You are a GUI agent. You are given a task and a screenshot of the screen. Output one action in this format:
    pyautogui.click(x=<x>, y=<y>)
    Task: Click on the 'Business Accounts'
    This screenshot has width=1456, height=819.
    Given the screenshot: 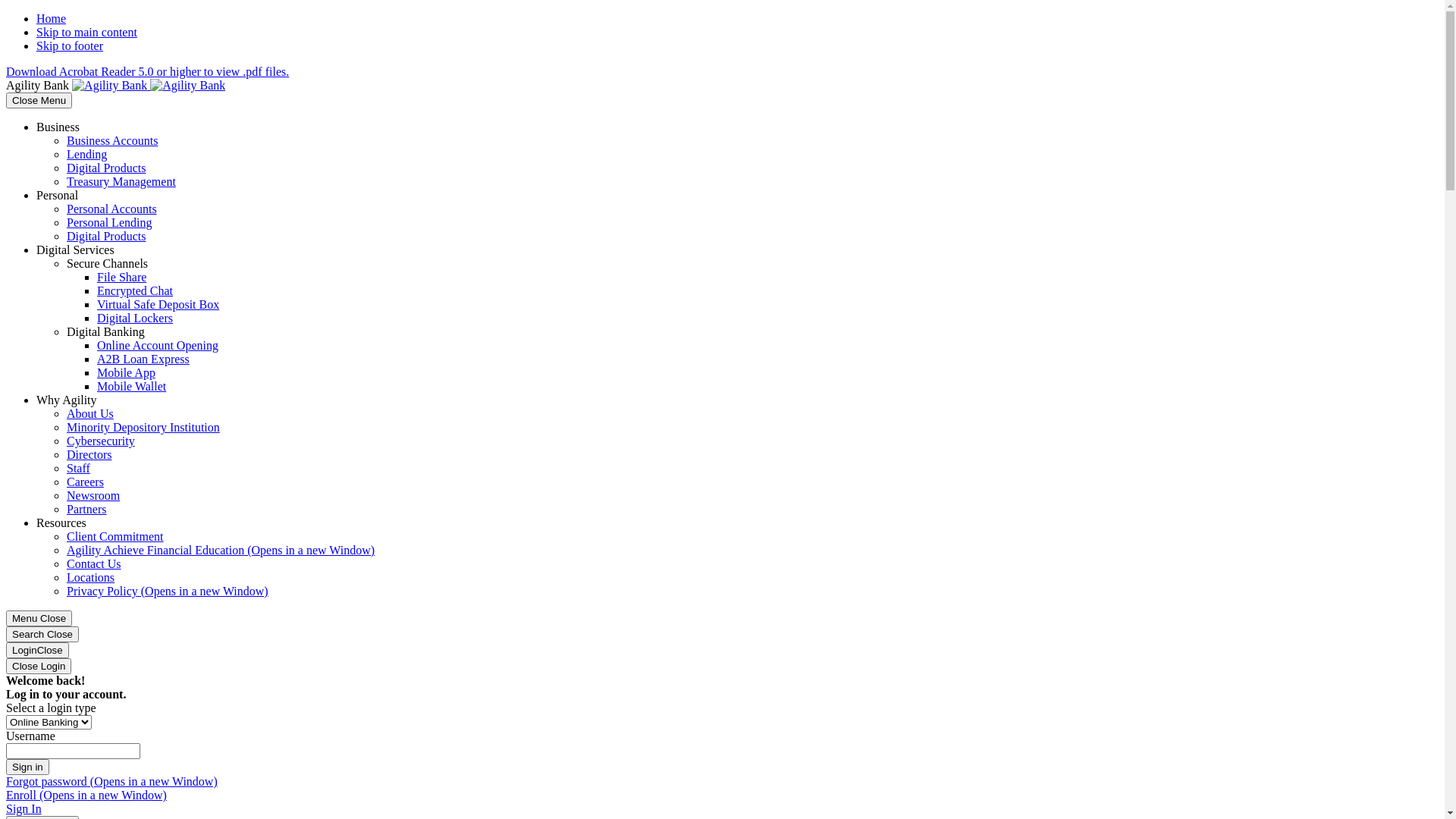 What is the action you would take?
    pyautogui.click(x=111, y=140)
    